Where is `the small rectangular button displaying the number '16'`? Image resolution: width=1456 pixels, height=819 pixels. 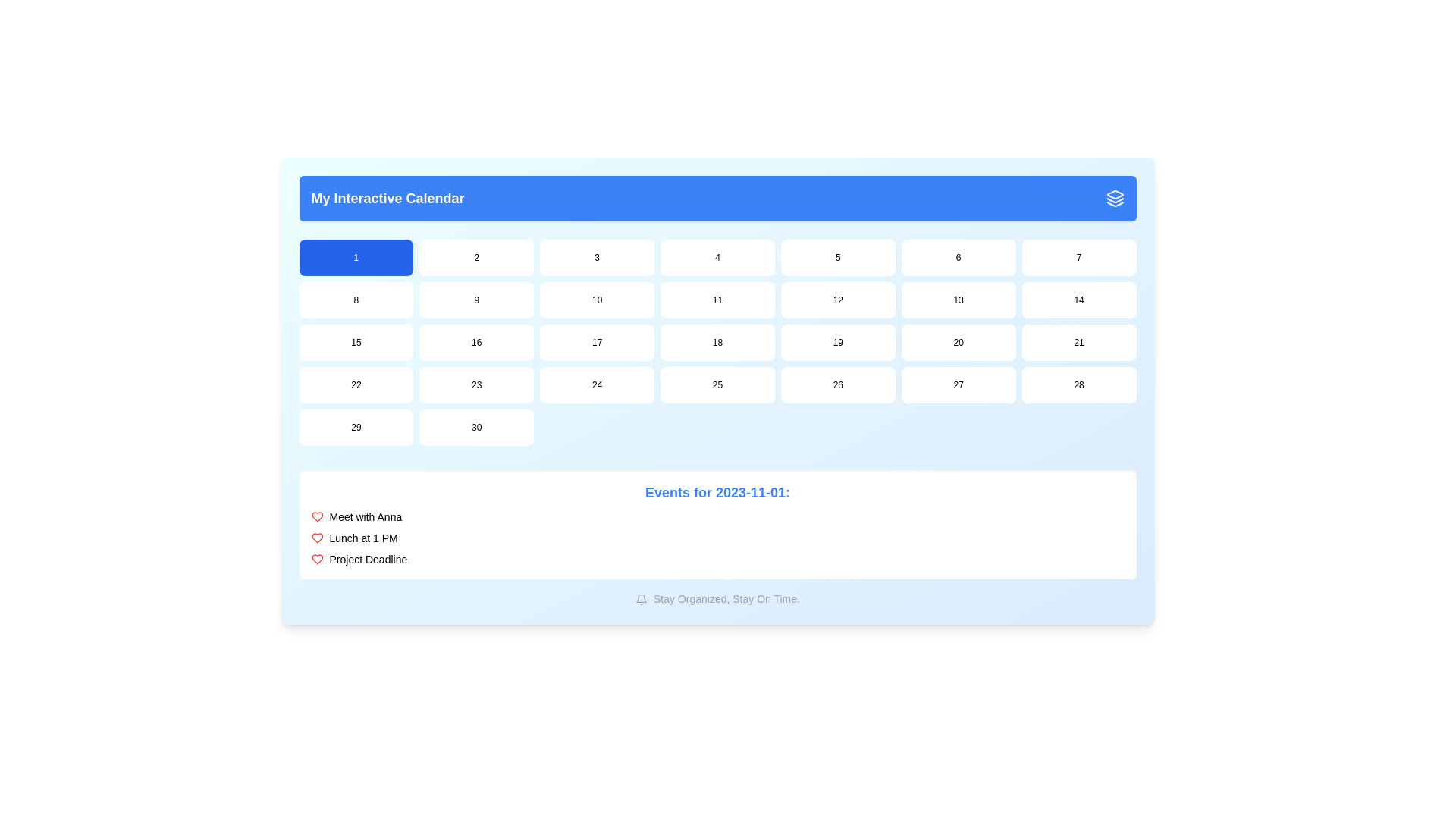 the small rectangular button displaying the number '16' is located at coordinates (475, 342).